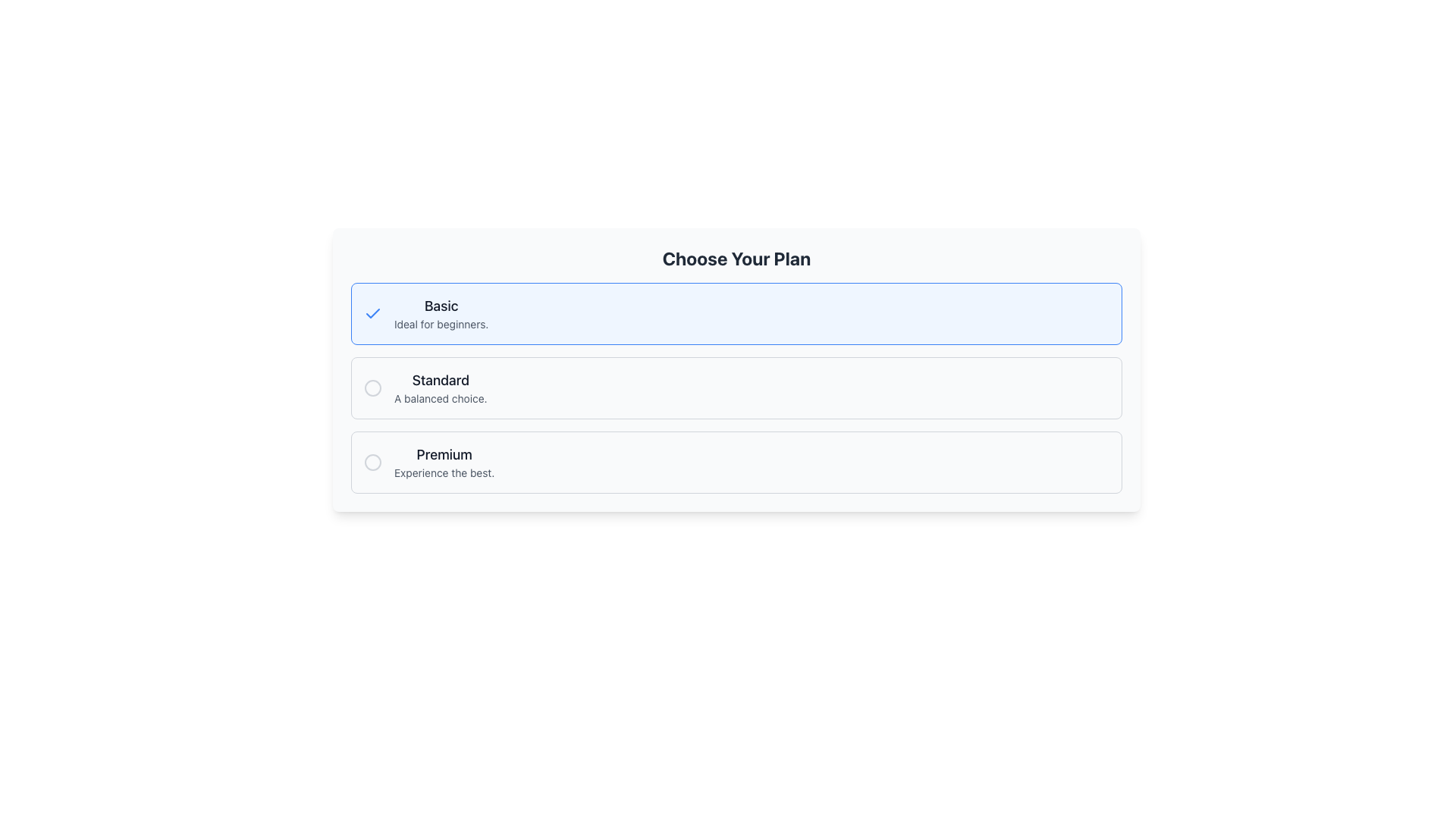  I want to click on the 'Standard' radio option, so click(736, 388).